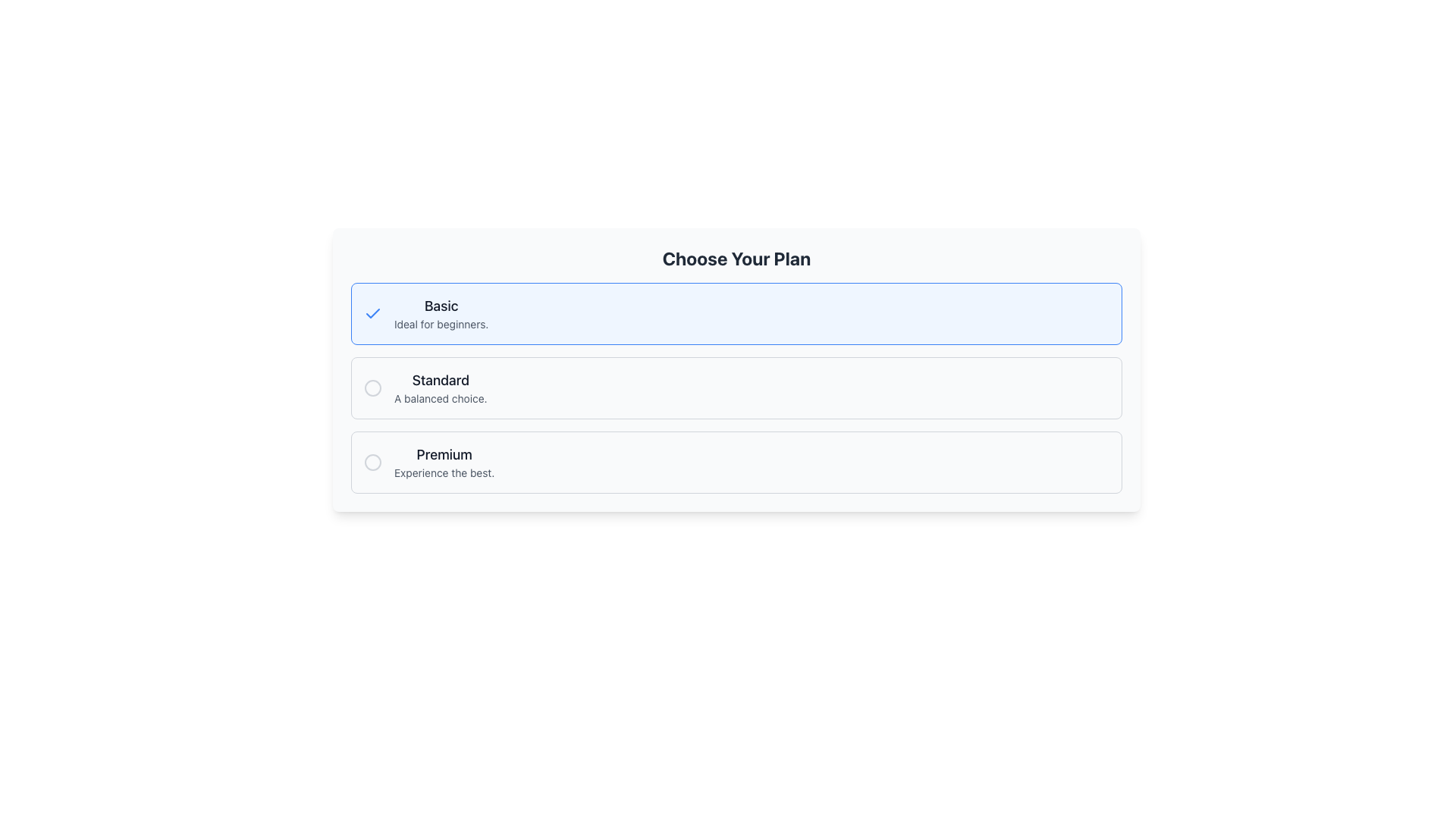  I want to click on the 'Standard' radio option, so click(736, 388).